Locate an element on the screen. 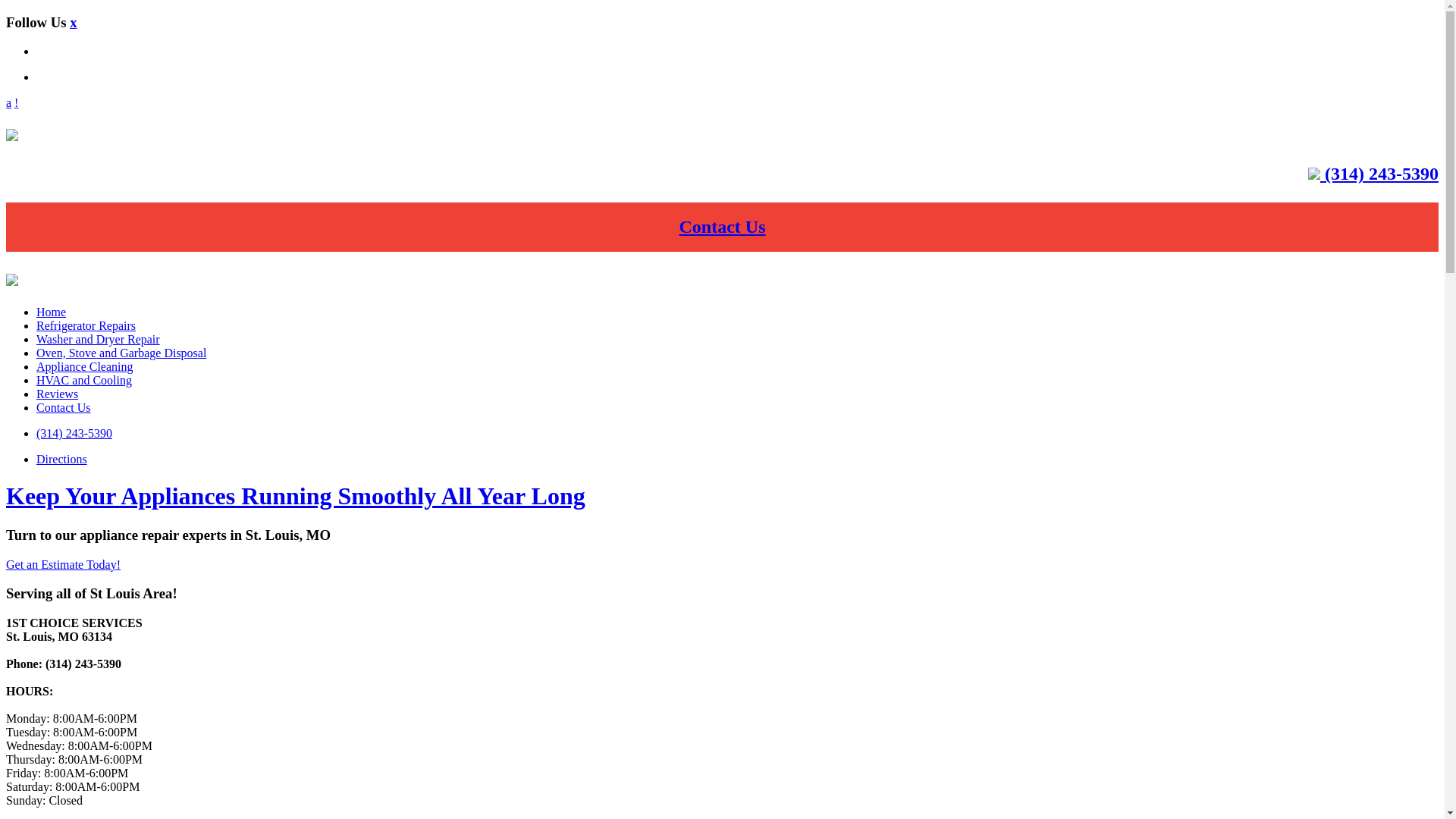 The width and height of the screenshot is (1456, 819). 'Contact Us' is located at coordinates (62, 406).